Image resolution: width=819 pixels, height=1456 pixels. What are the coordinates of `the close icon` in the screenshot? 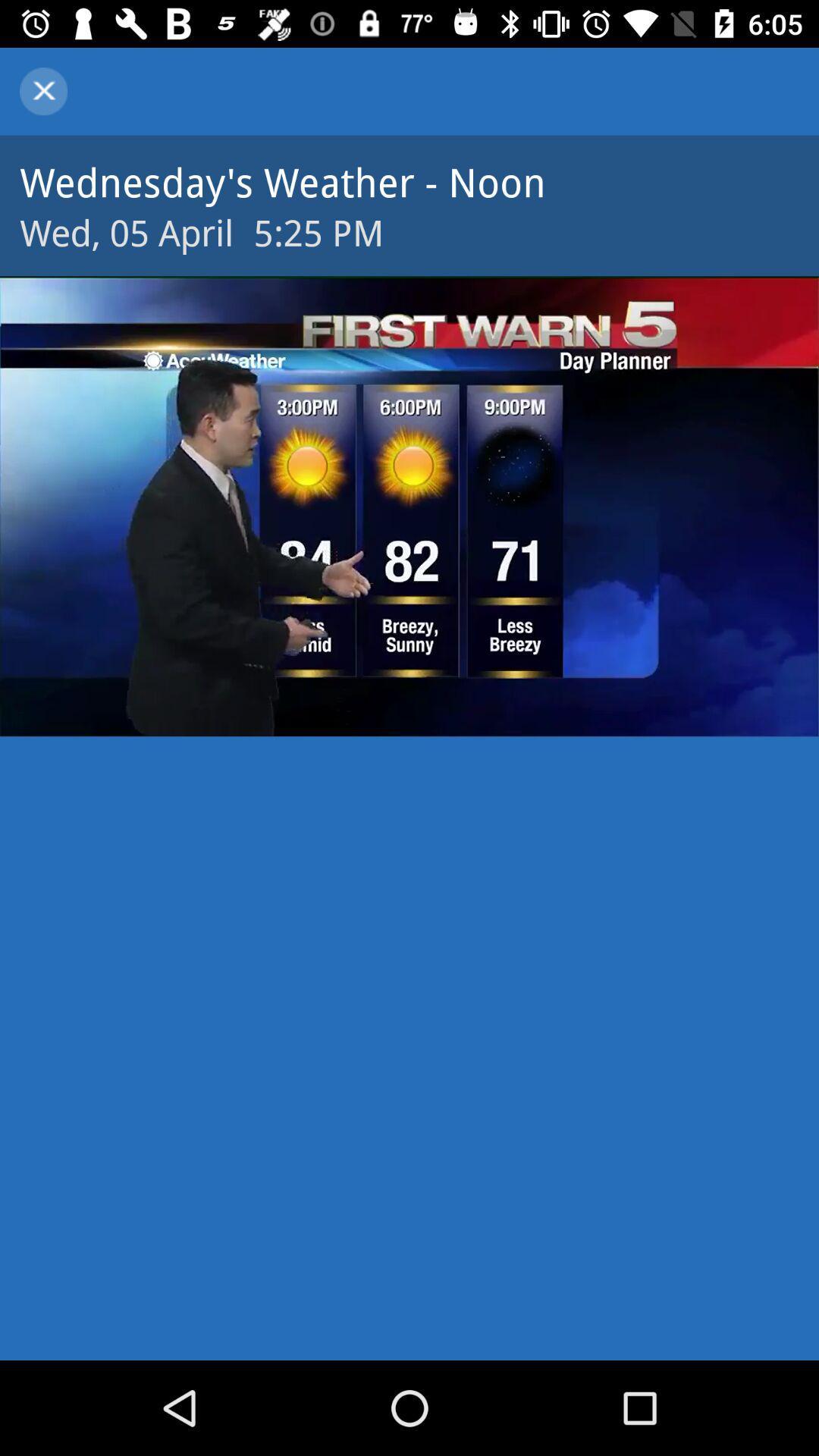 It's located at (42, 90).